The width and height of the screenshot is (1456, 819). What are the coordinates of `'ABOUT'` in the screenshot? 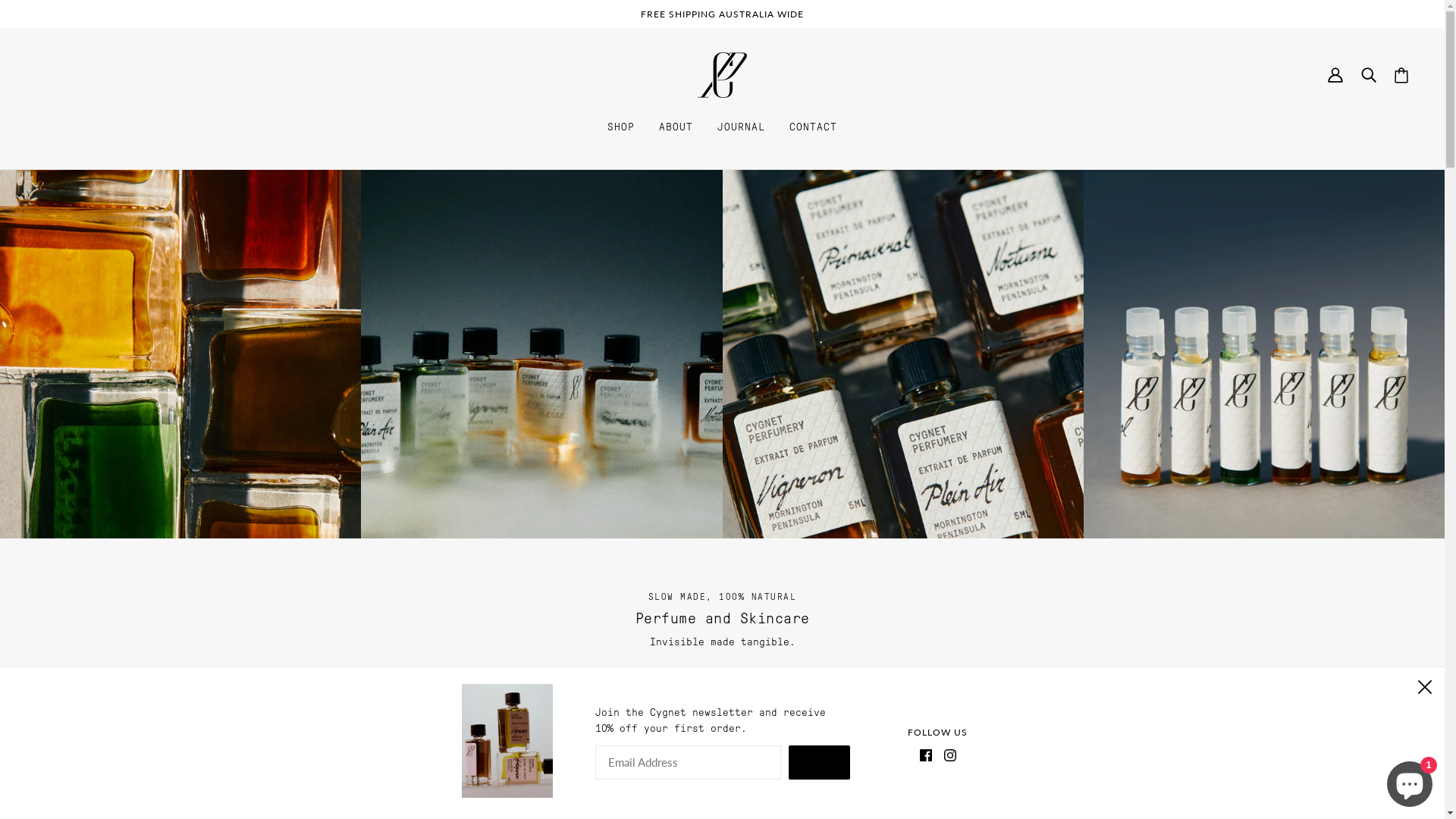 It's located at (675, 127).